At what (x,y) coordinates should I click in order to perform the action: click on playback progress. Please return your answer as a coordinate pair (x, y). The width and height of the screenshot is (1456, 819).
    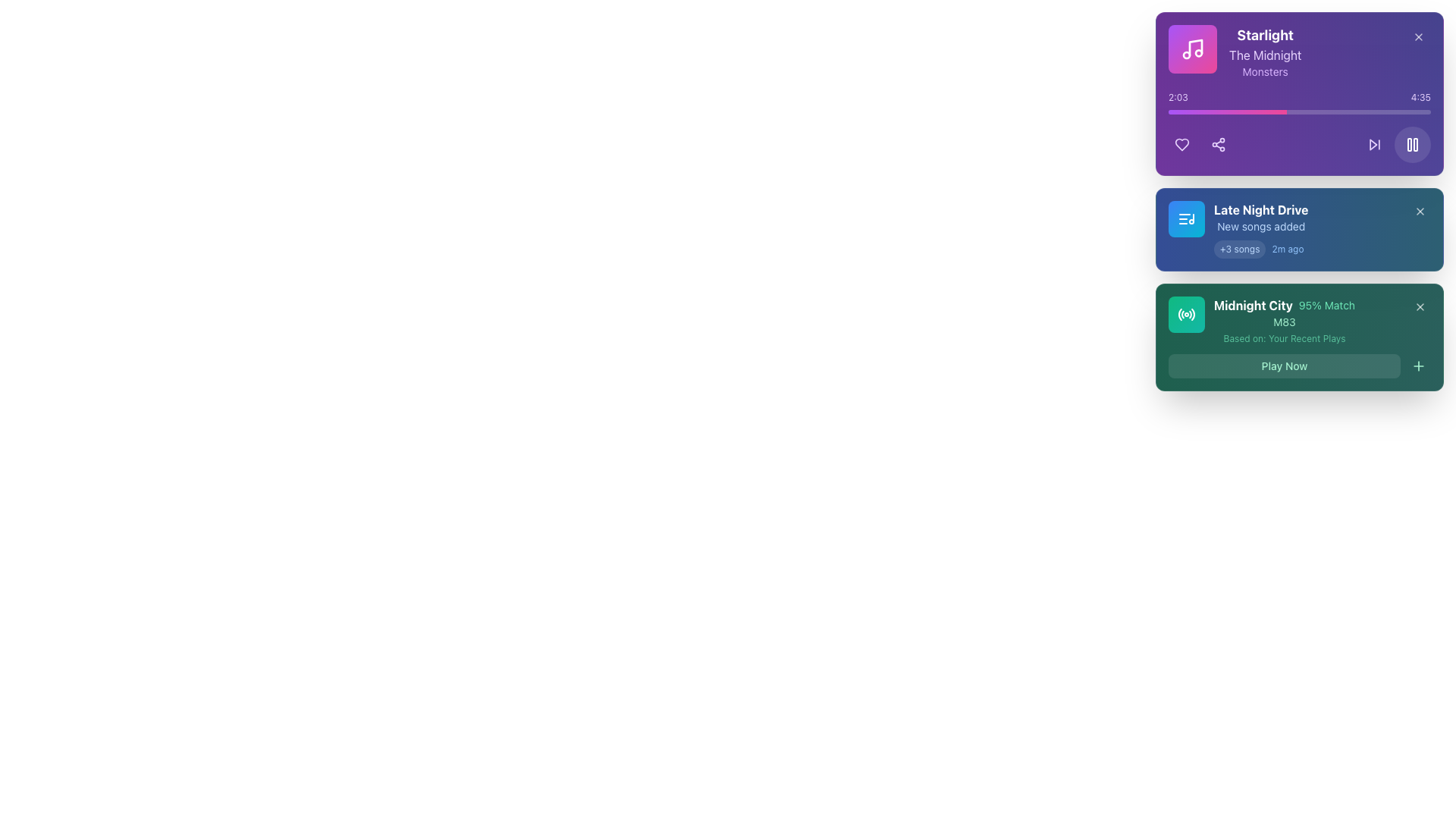
    Looking at the image, I should click on (1238, 111).